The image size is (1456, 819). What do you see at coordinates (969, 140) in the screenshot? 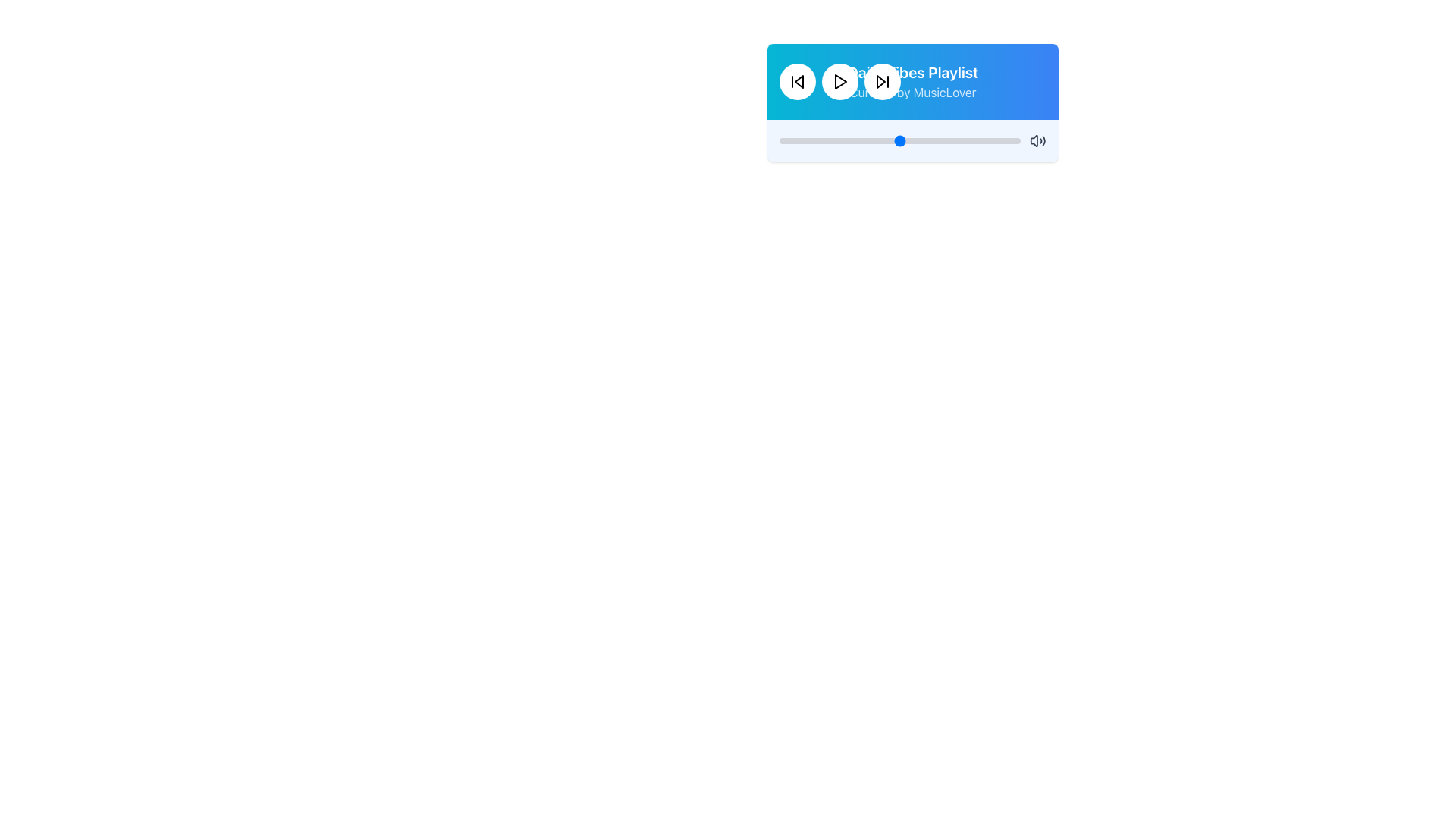
I see `slider value` at bounding box center [969, 140].